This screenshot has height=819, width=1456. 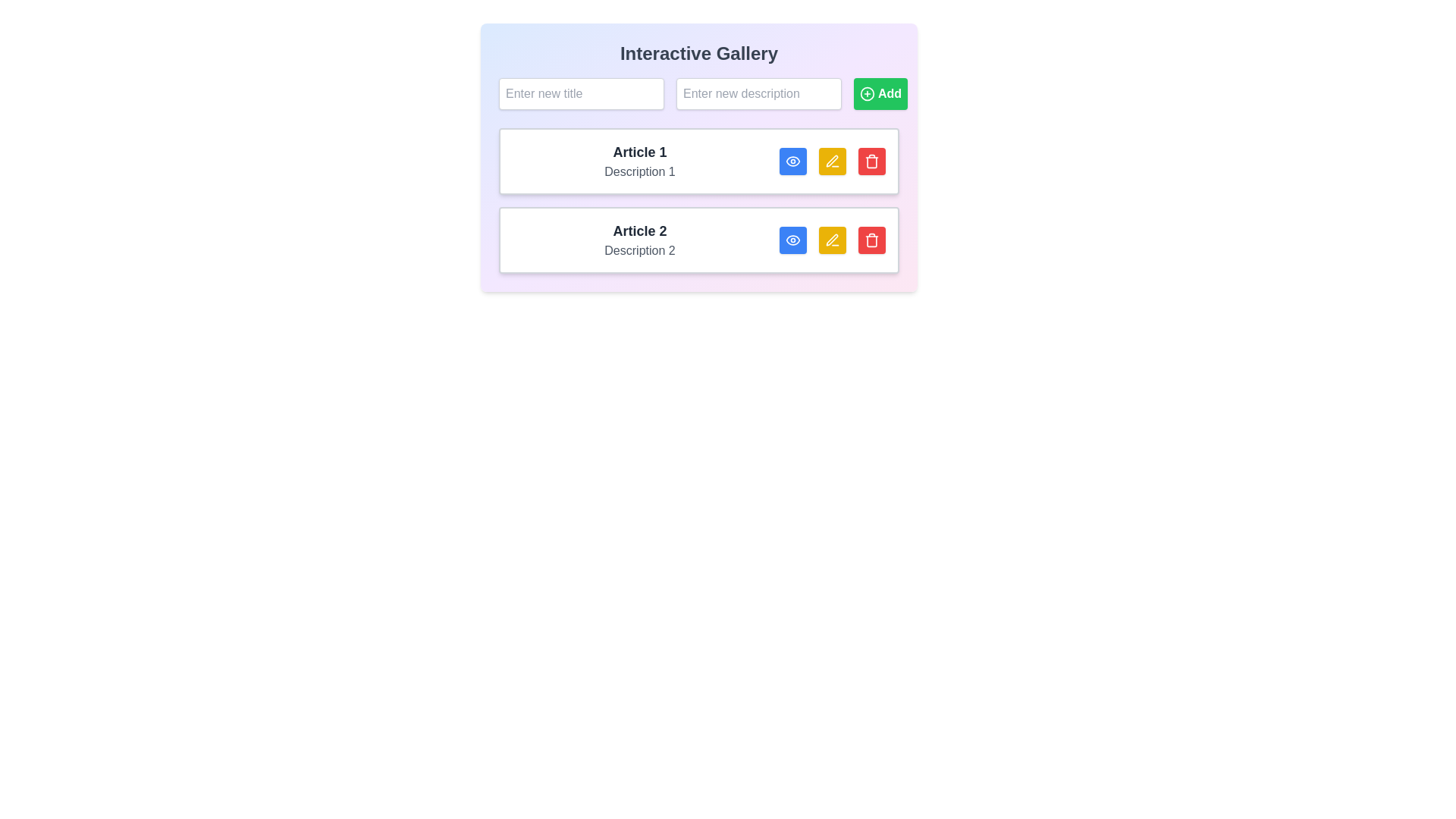 I want to click on the eye icon located in the second row of the interactive gallery to preview the associated content, so click(x=792, y=239).